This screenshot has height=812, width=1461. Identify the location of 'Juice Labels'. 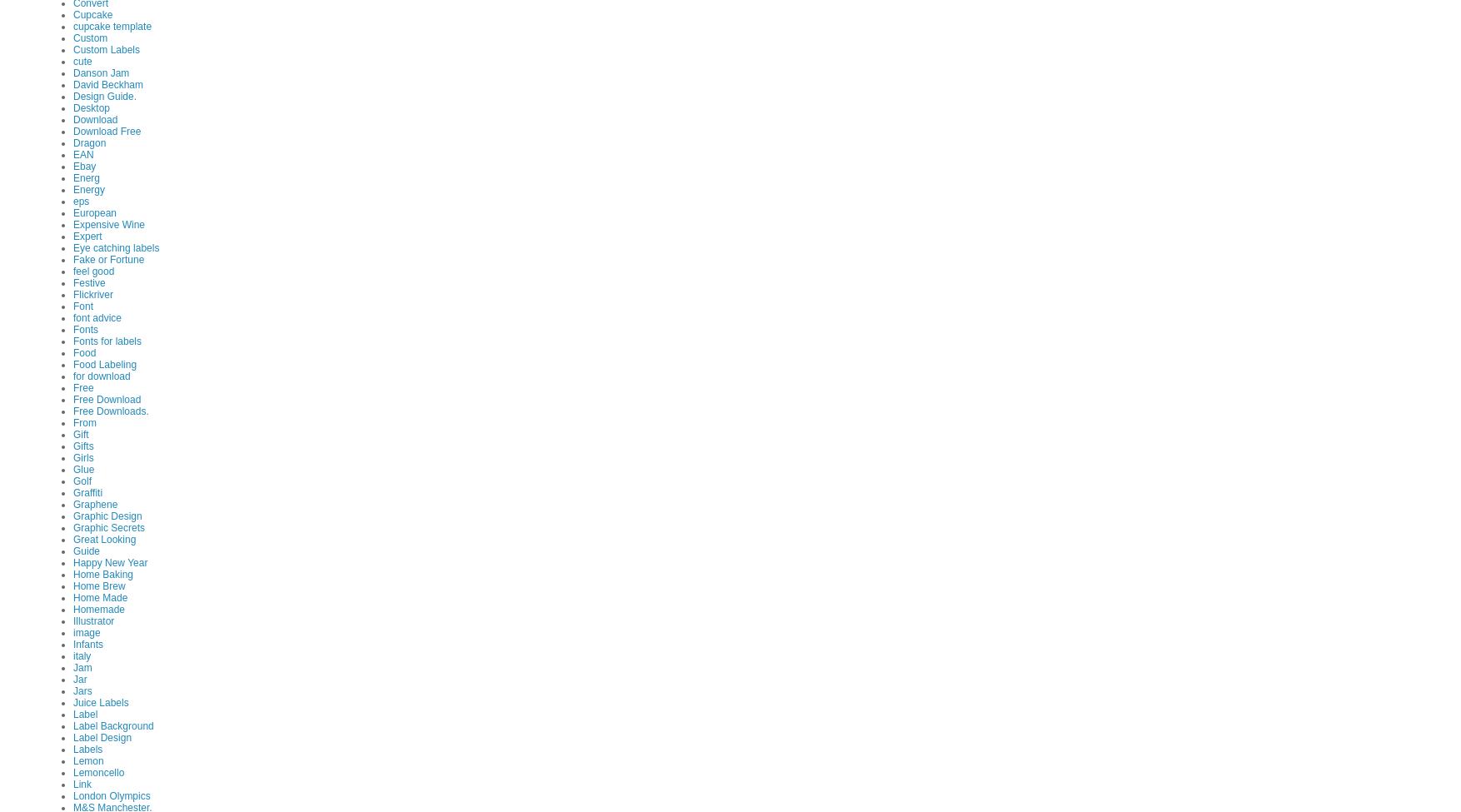
(73, 701).